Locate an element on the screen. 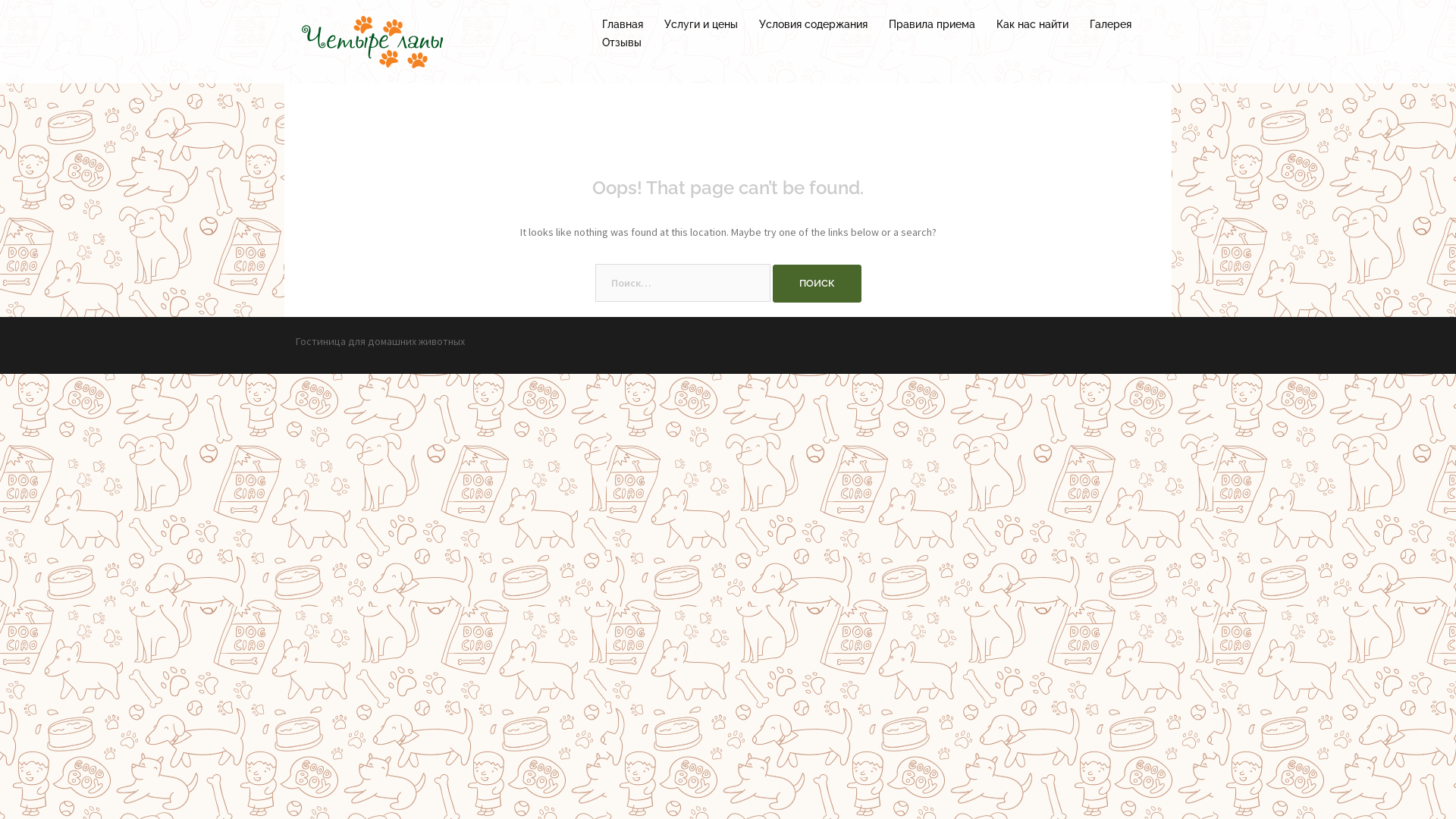 Image resolution: width=1456 pixels, height=819 pixels. 'Skip to content' is located at coordinates (0, 0).